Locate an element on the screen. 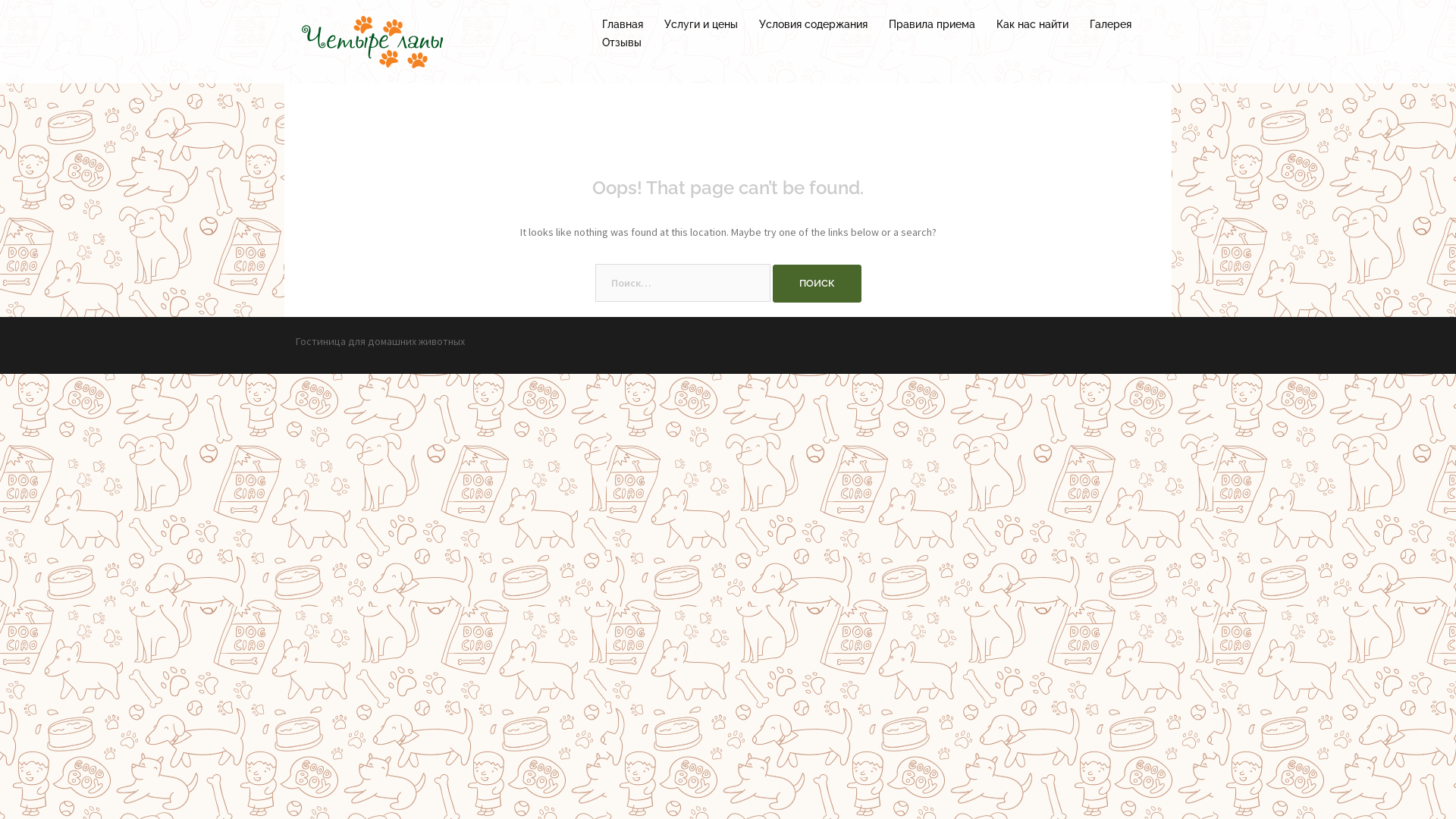 Image resolution: width=1456 pixels, height=819 pixels. 'Skip to content' is located at coordinates (0, 0).